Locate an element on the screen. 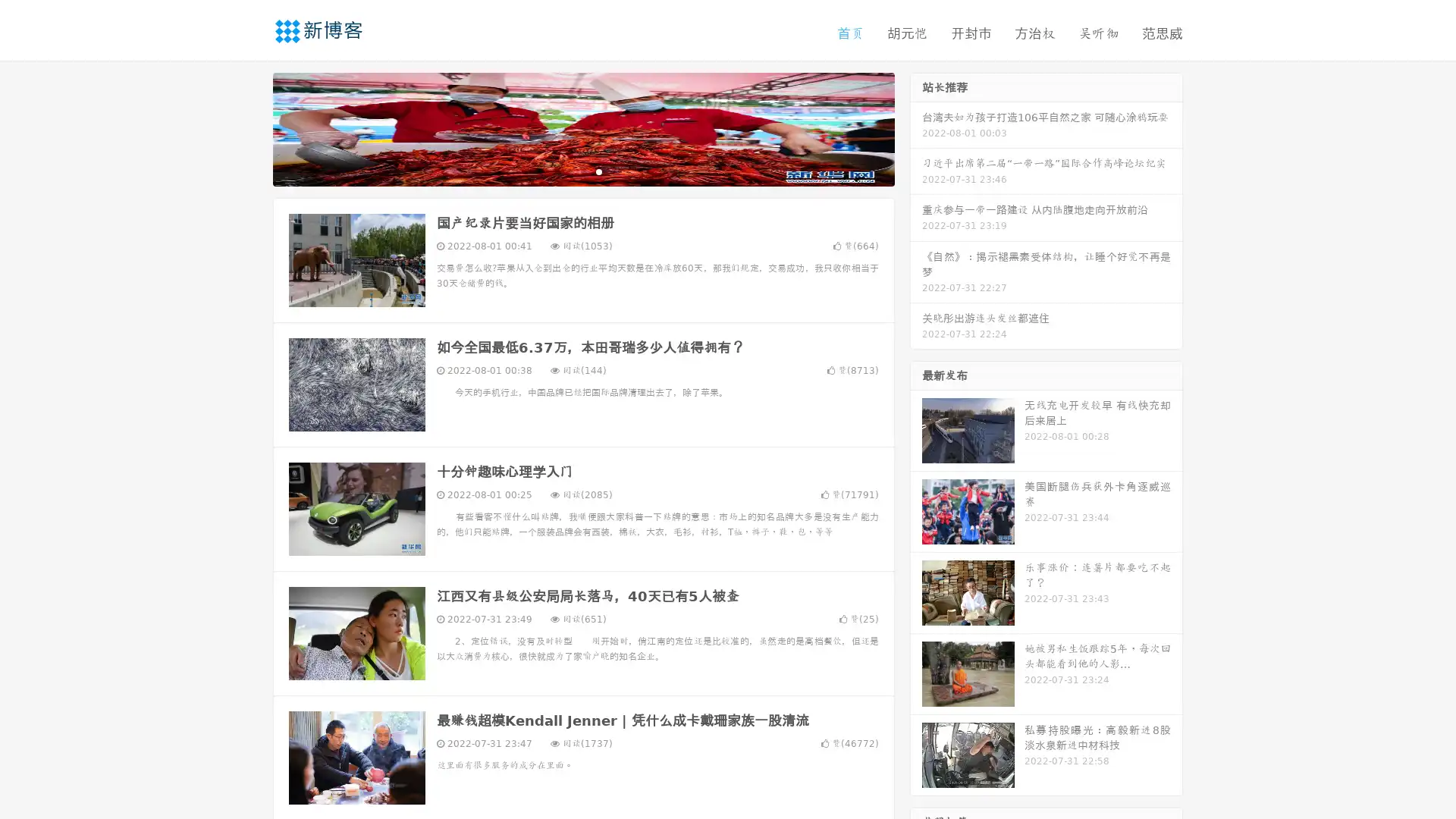  Go to slide 1 is located at coordinates (567, 171).